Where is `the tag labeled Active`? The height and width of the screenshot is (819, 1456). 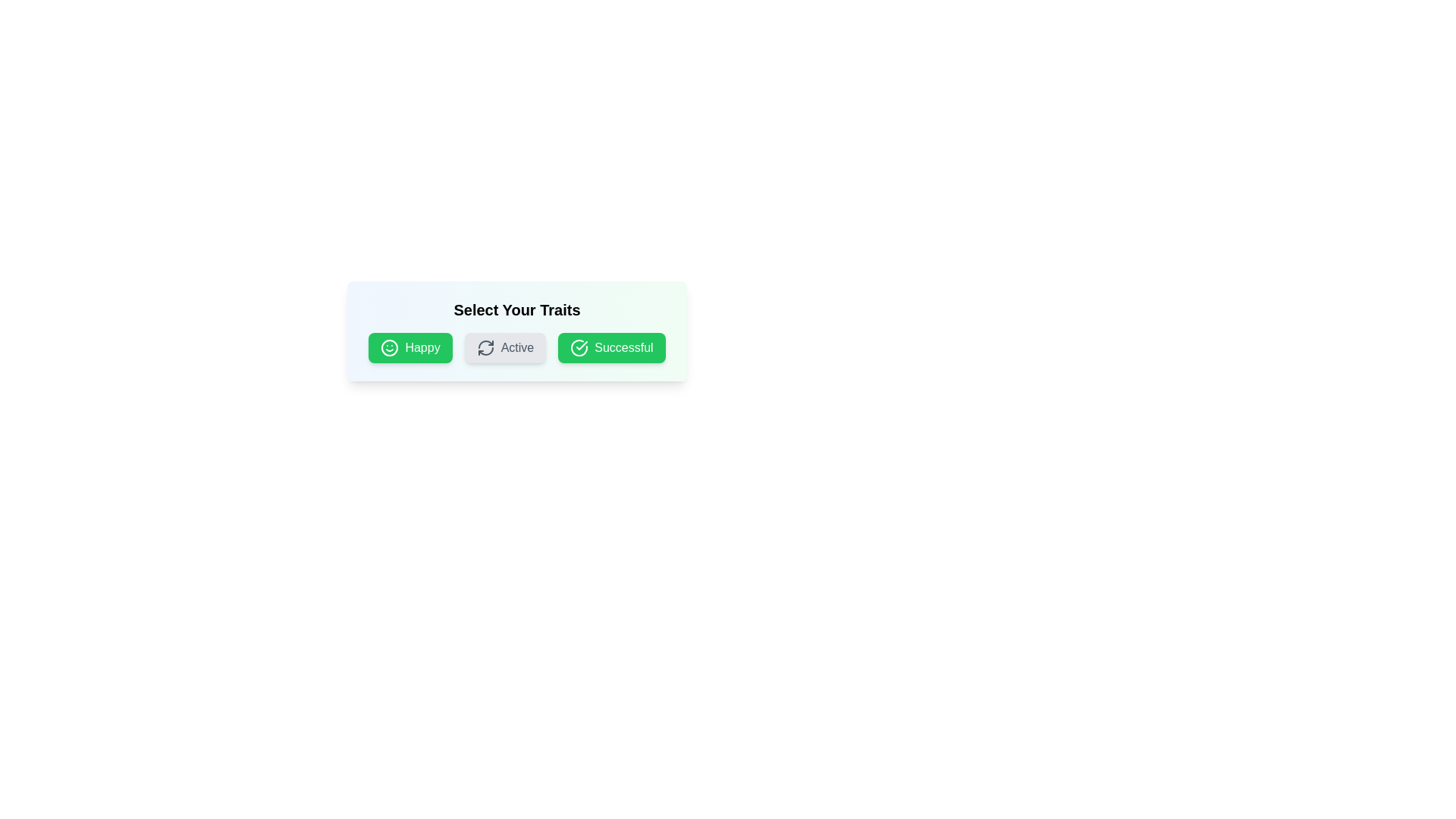
the tag labeled Active is located at coordinates (505, 348).